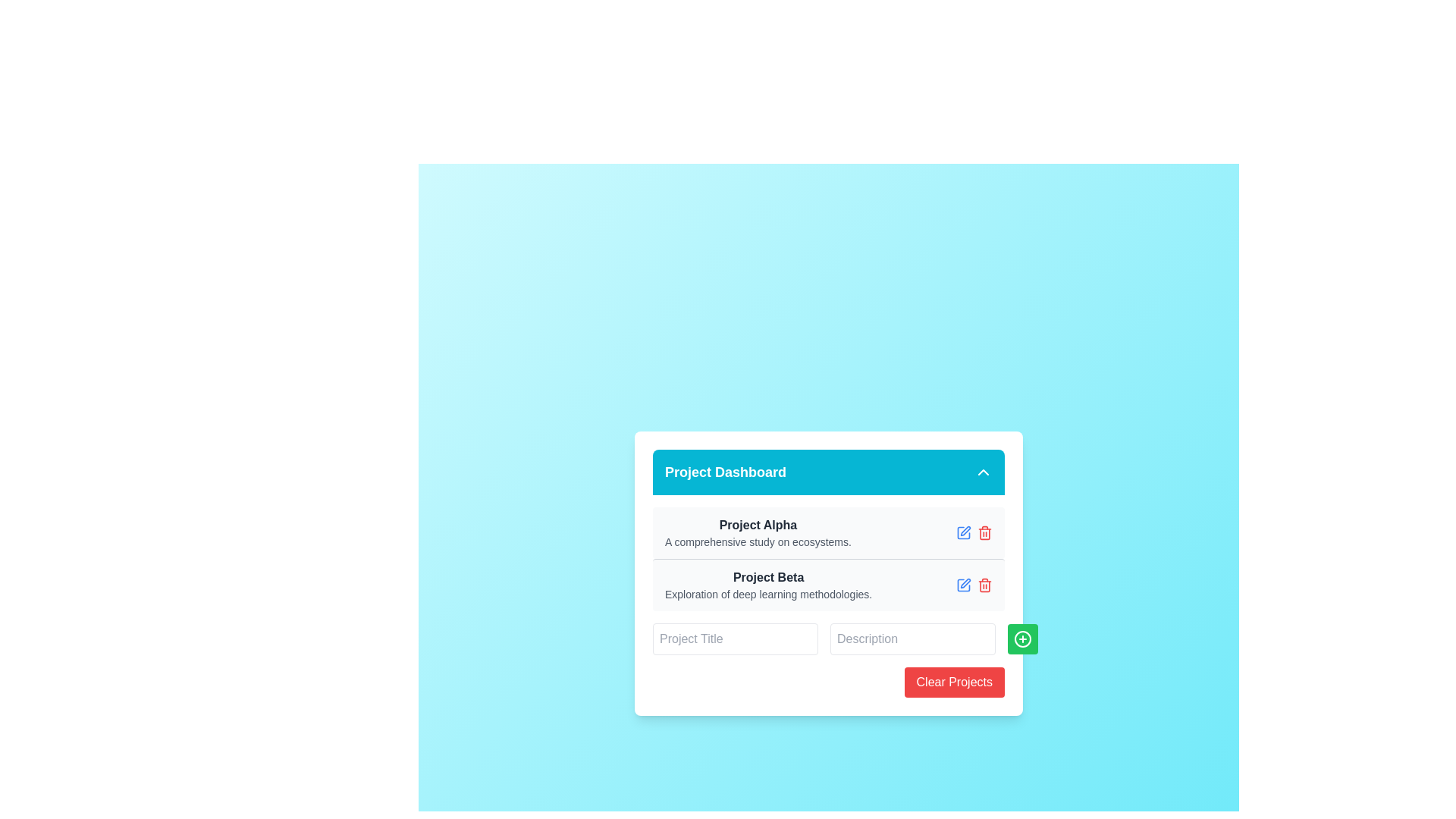 The width and height of the screenshot is (1456, 819). I want to click on the edit button located to the right of the 'Project Alpha' label under the 'Project Dashboard' section to initiate editing for the associated entry, so click(963, 532).